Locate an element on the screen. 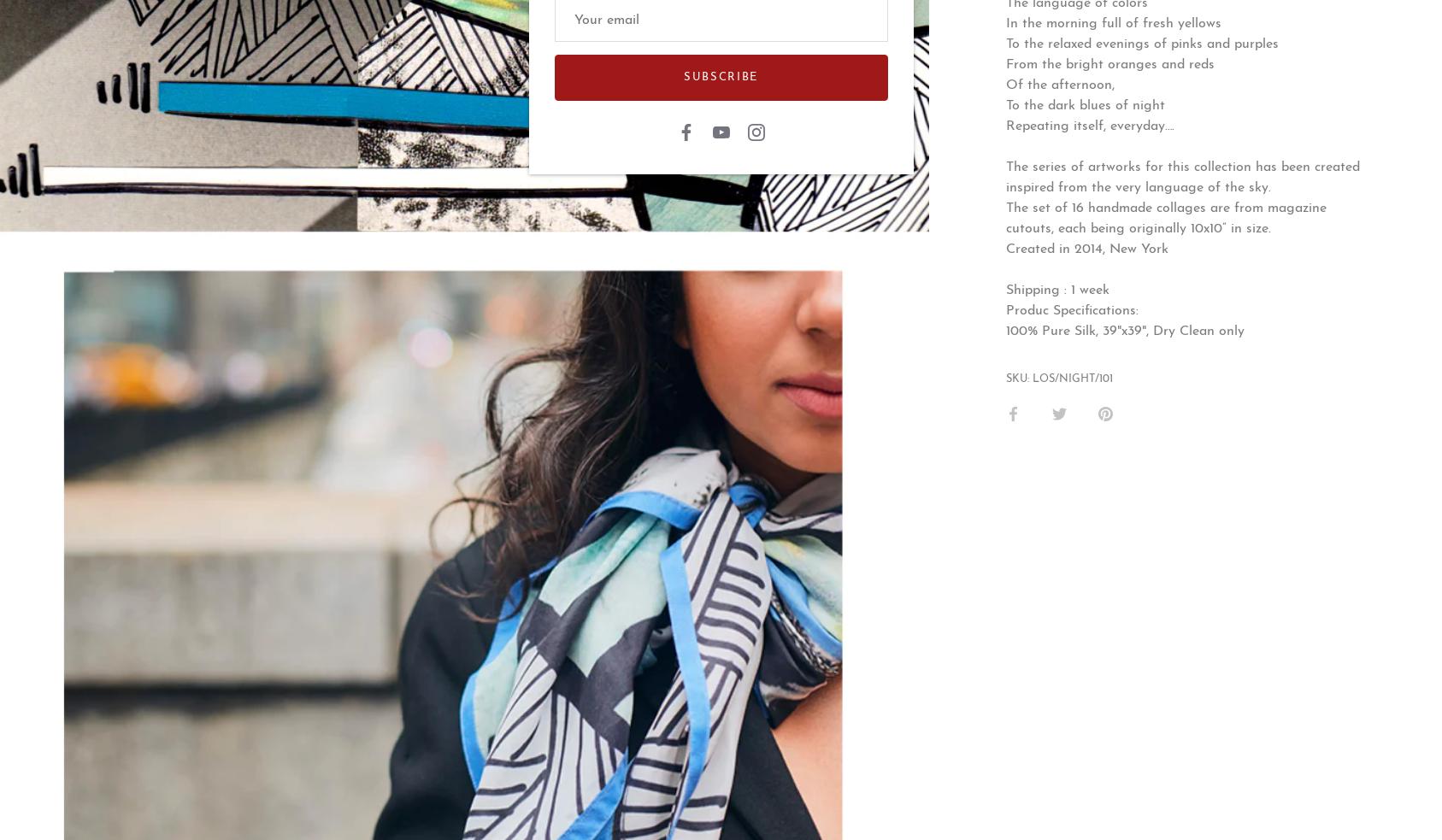  'The series of artworks for this collection has been created inspired from the very language of the sky.' is located at coordinates (1183, 178).